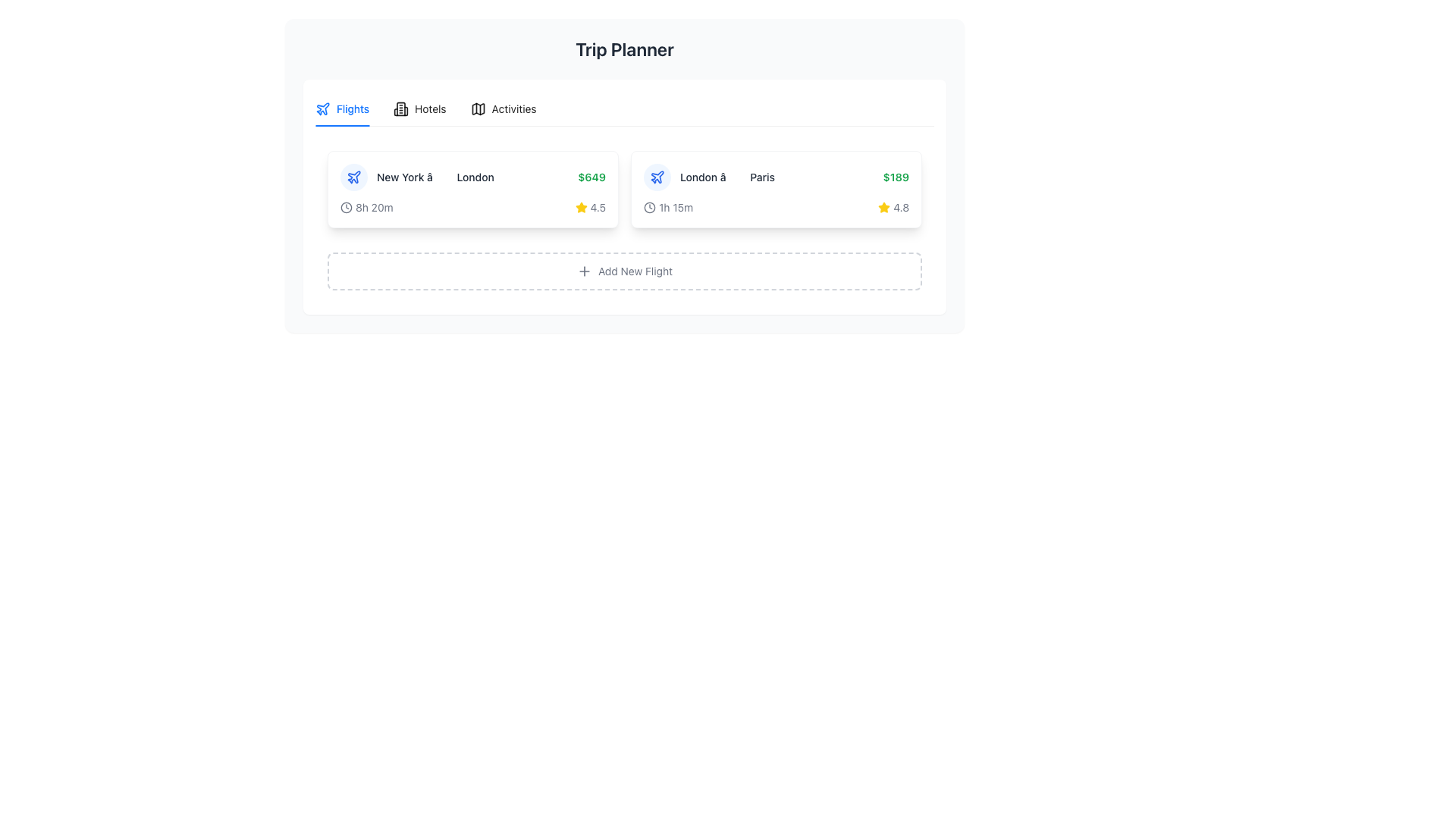 The image size is (1456, 819). What do you see at coordinates (322, 108) in the screenshot?
I see `the 'Flights' icon located on the left side of the navigation menu at the top of the flight planning interface` at bounding box center [322, 108].